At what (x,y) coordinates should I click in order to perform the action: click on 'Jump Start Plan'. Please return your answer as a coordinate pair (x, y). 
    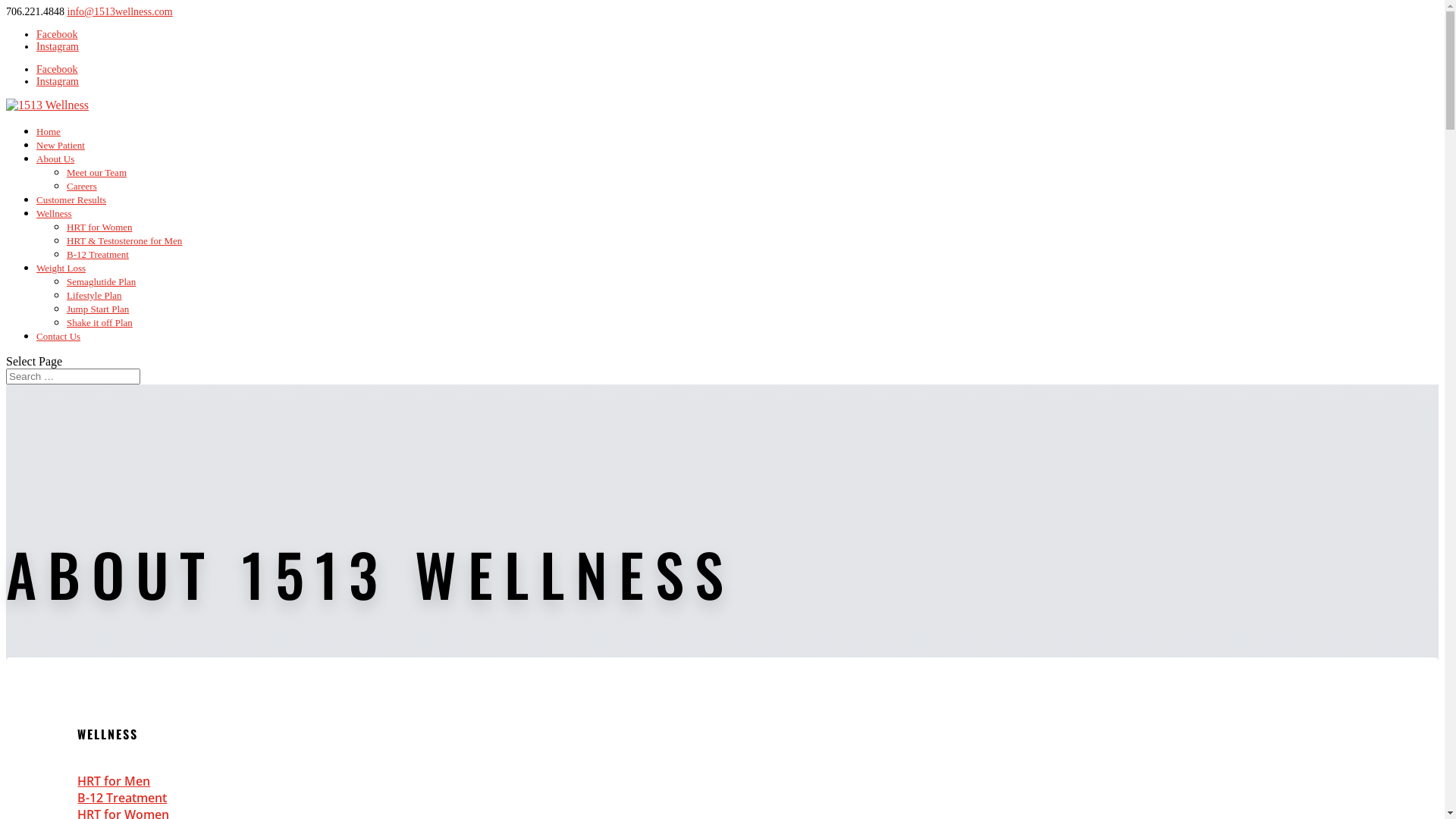
    Looking at the image, I should click on (97, 308).